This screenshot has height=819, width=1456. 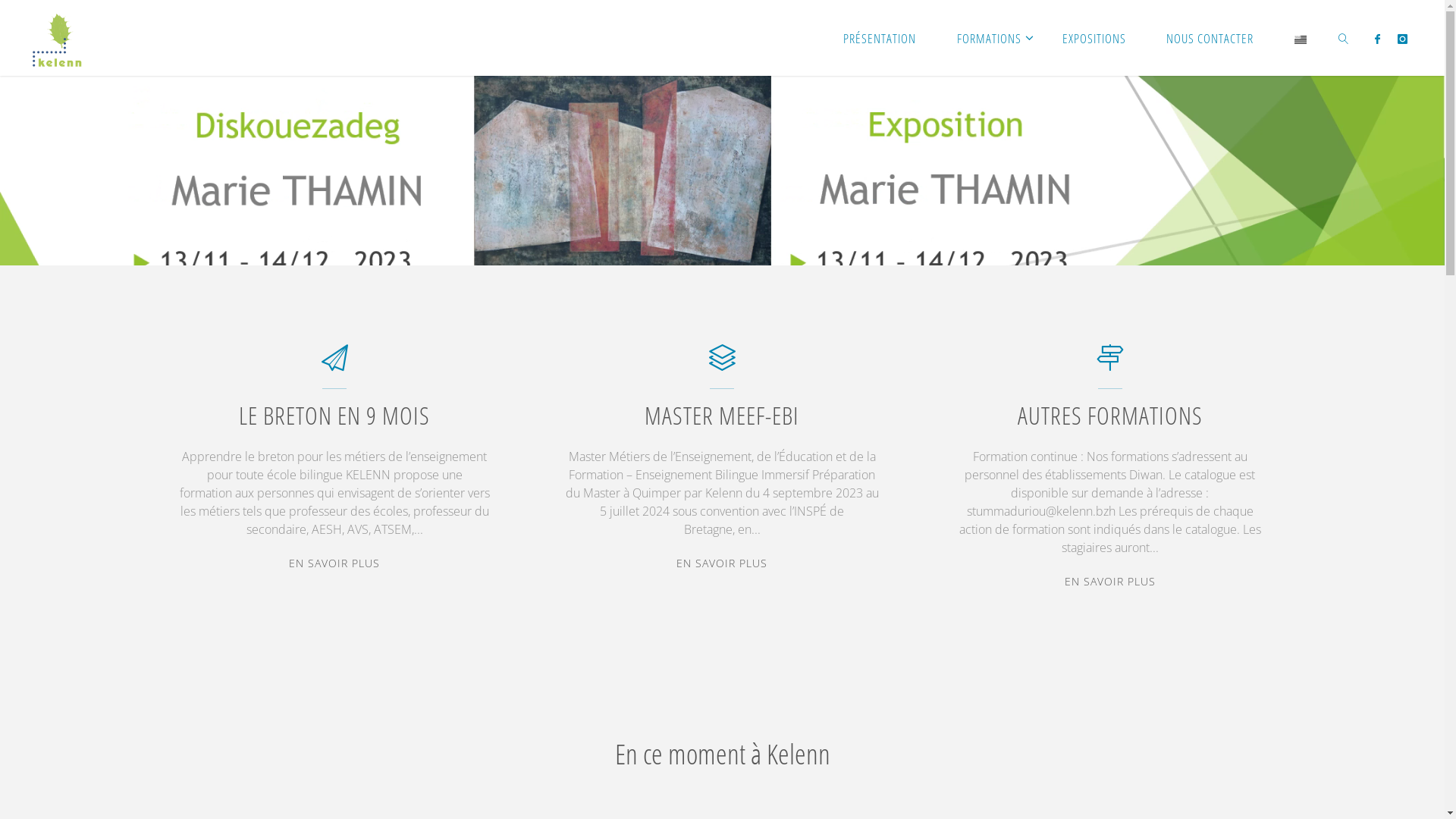 I want to click on 'Kelenn', so click(x=57, y=37).